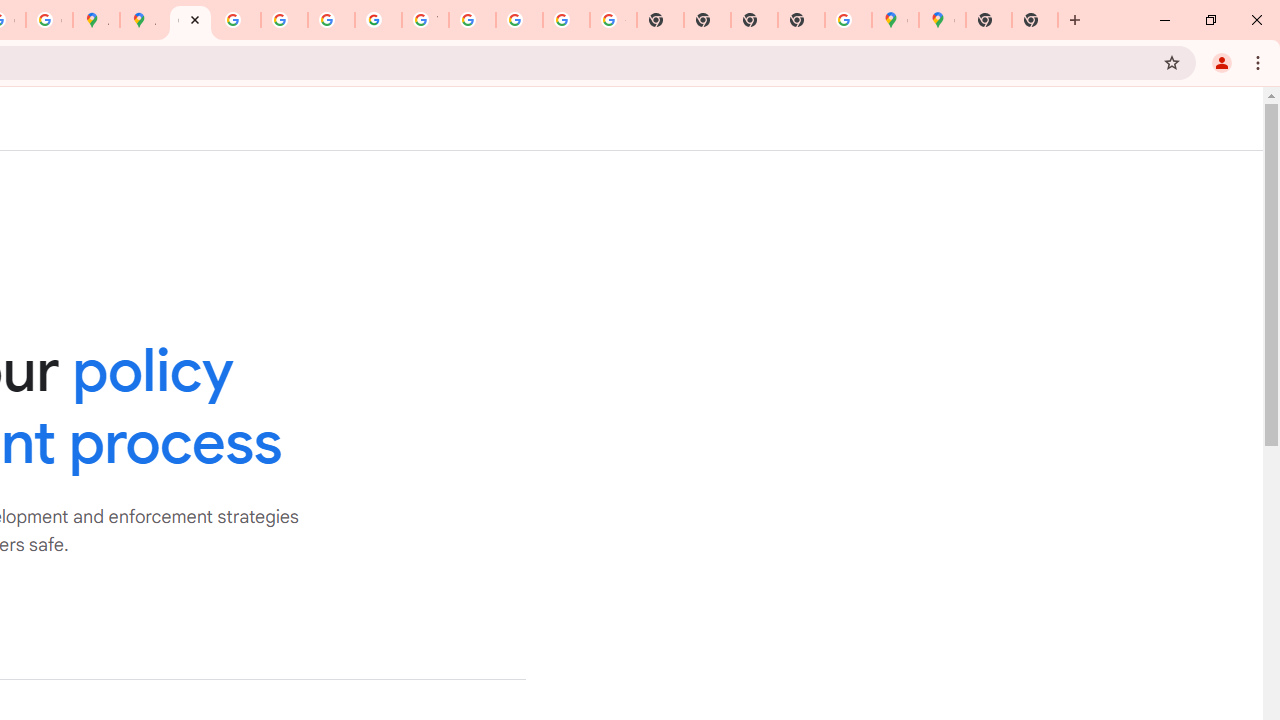 This screenshot has height=720, width=1280. What do you see at coordinates (848, 20) in the screenshot?
I see `'Use Google Maps in Space - Google Maps Help'` at bounding box center [848, 20].